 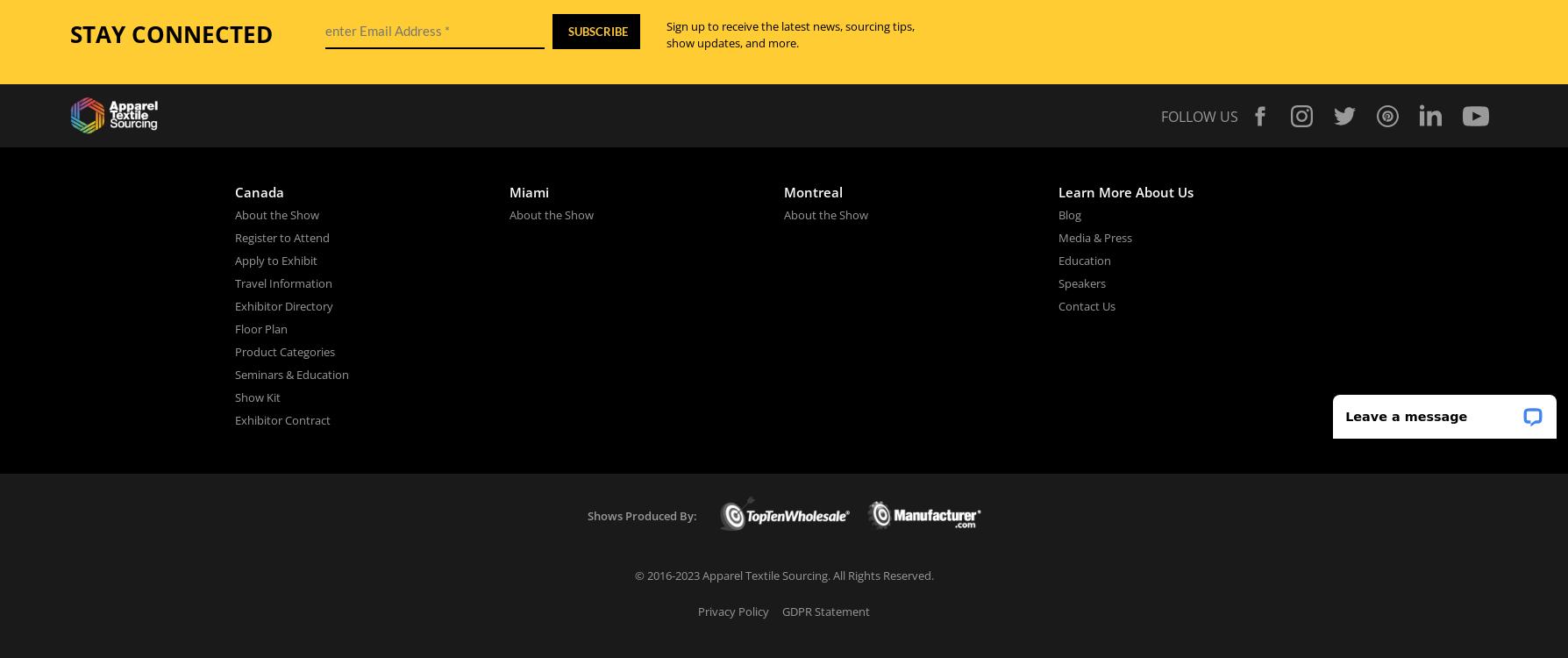 What do you see at coordinates (812, 190) in the screenshot?
I see `'Montreal'` at bounding box center [812, 190].